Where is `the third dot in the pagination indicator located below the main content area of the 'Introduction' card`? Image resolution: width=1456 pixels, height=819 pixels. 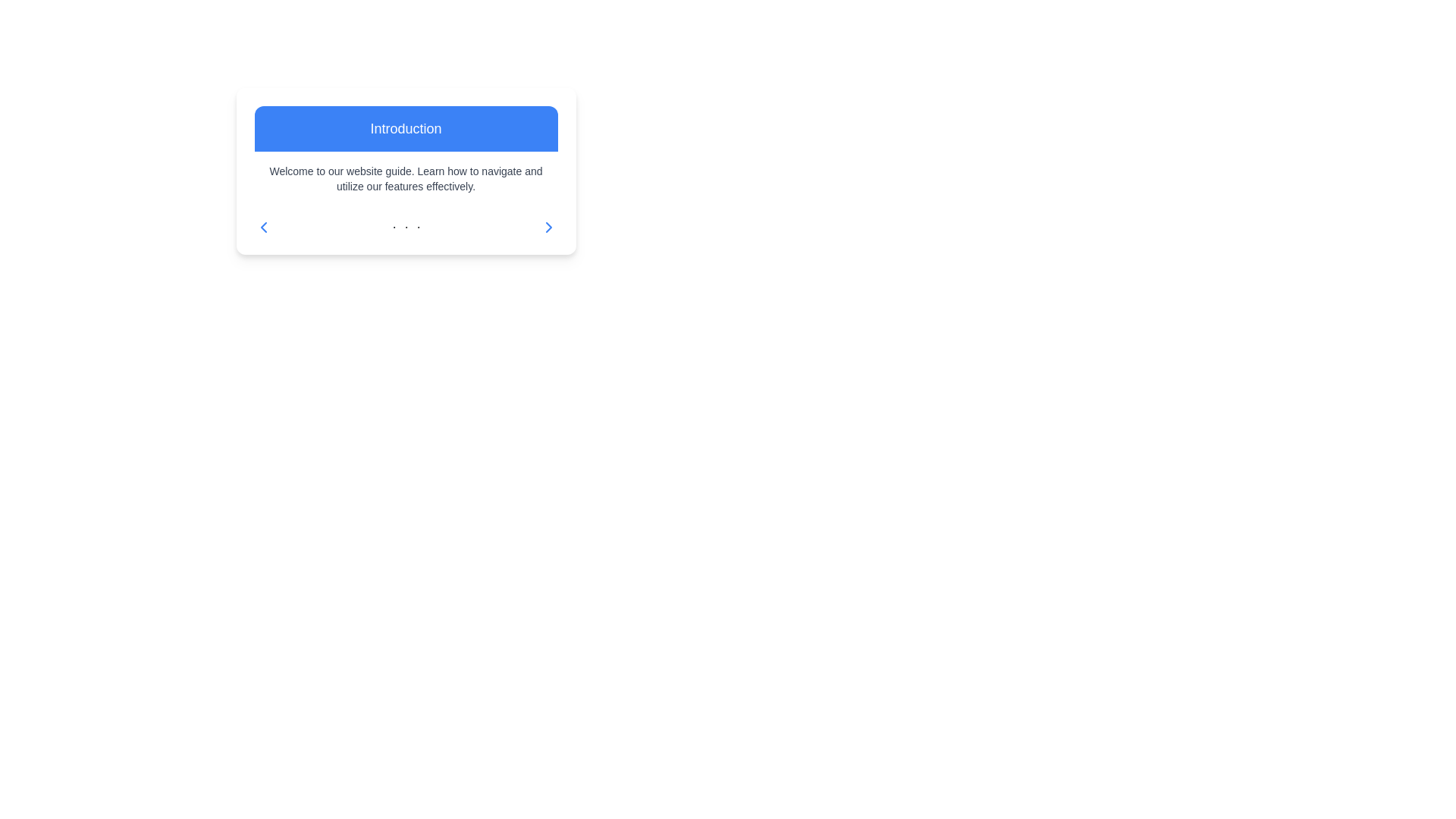 the third dot in the pagination indicator located below the main content area of the 'Introduction' card is located at coordinates (418, 227).